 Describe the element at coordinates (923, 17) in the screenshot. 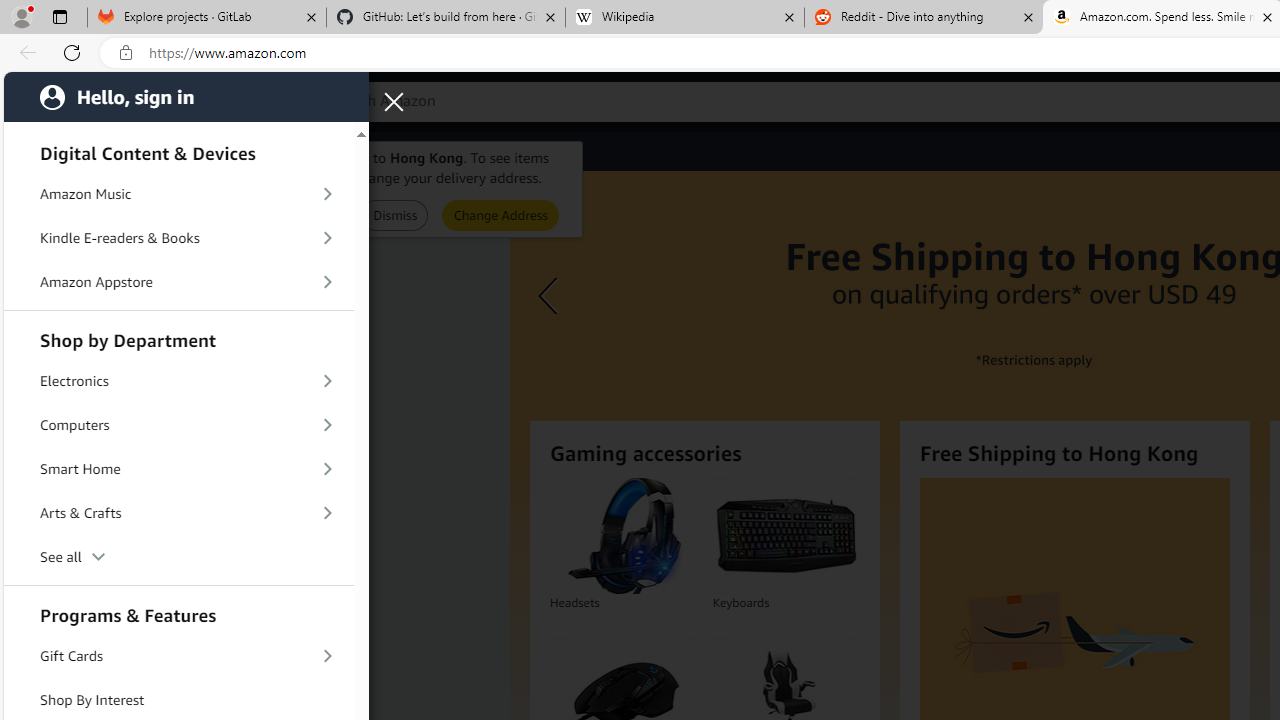

I see `'Reddit - Dive into anything'` at that location.